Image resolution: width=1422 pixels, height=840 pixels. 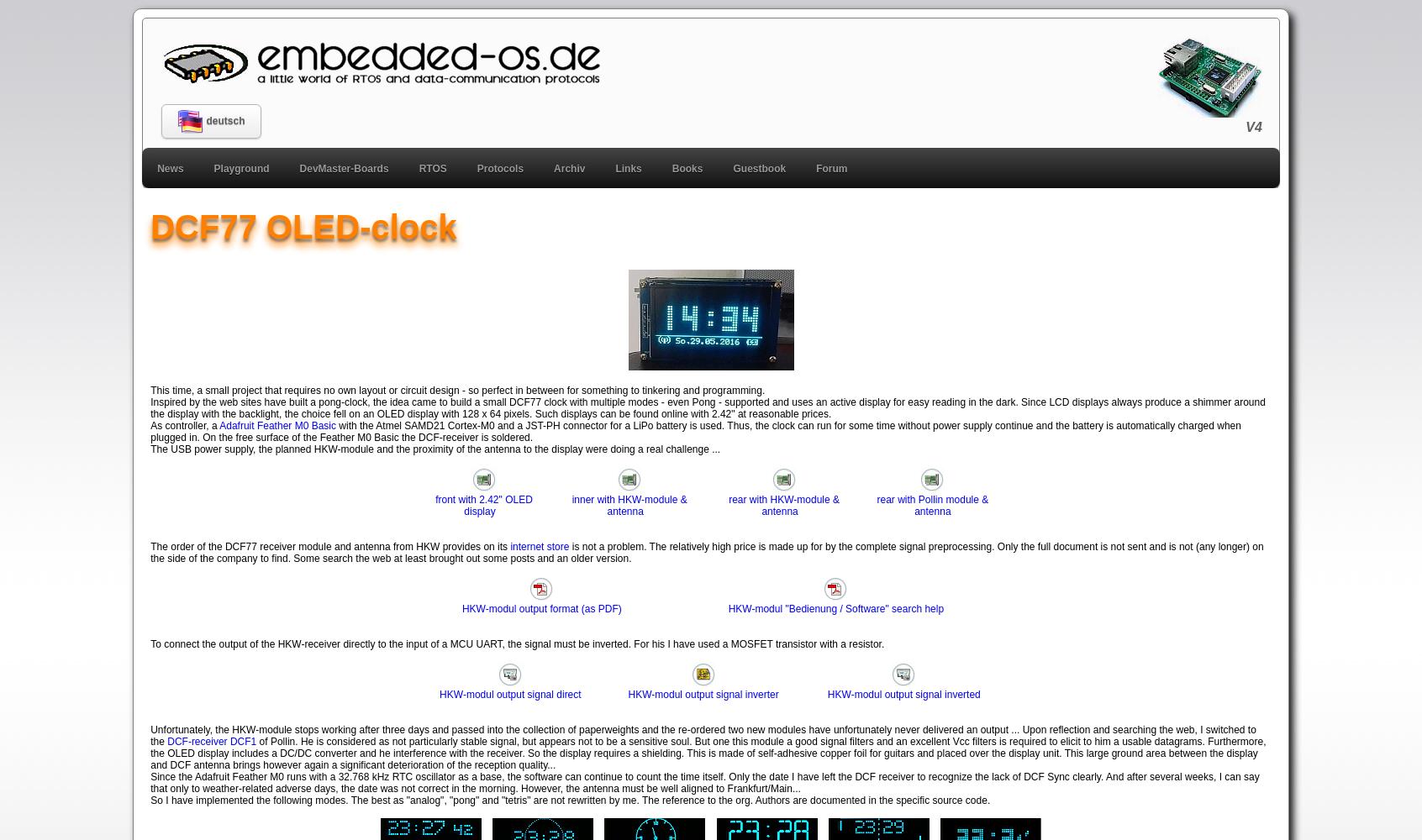 I want to click on 'deutsch', so click(x=224, y=120).